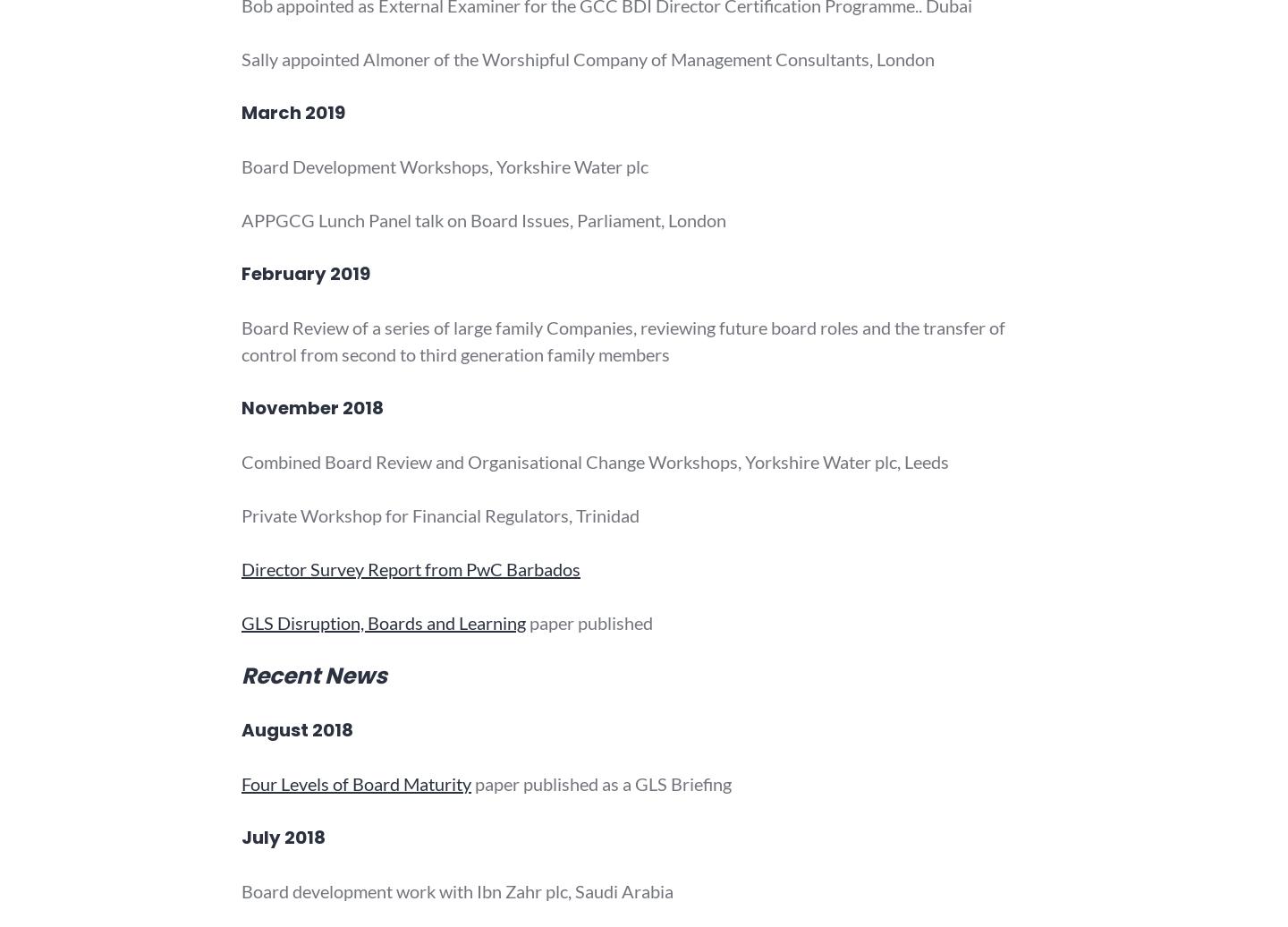  I want to click on 'Four Levels of Board Maturity', so click(355, 784).